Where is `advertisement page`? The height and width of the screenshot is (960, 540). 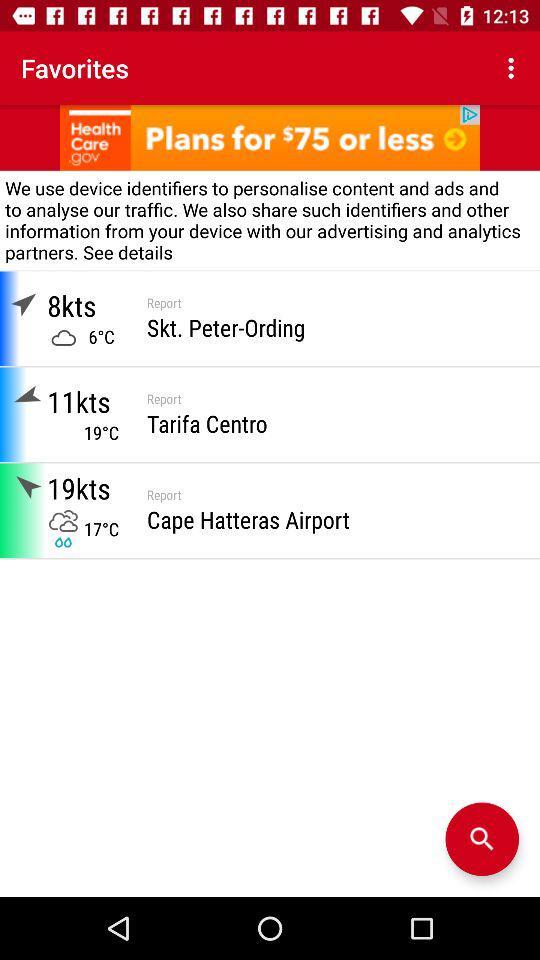
advertisement page is located at coordinates (270, 136).